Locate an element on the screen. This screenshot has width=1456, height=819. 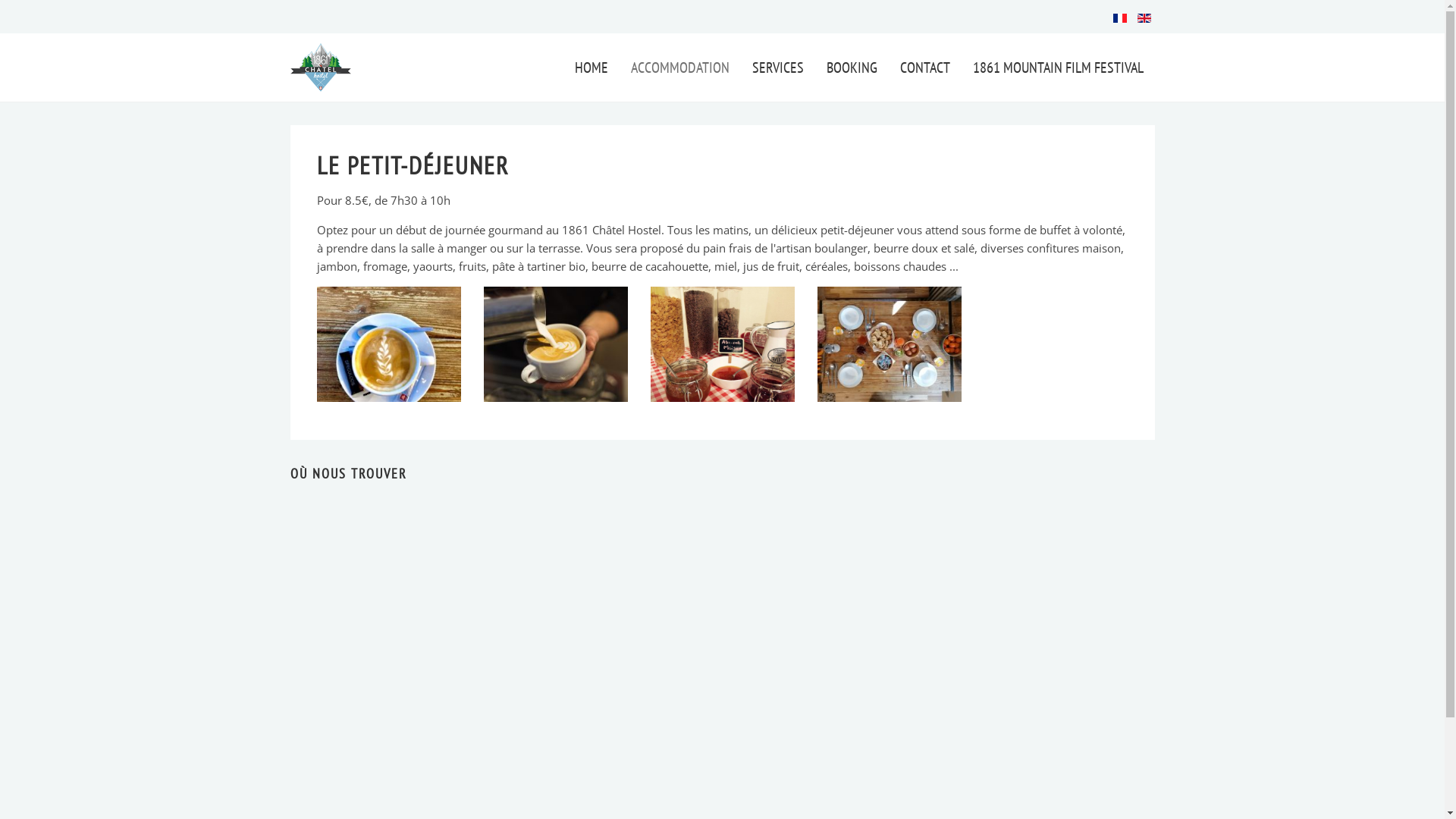
'1861 MOUNTAIN FILM FESTIVAL' is located at coordinates (1057, 66).